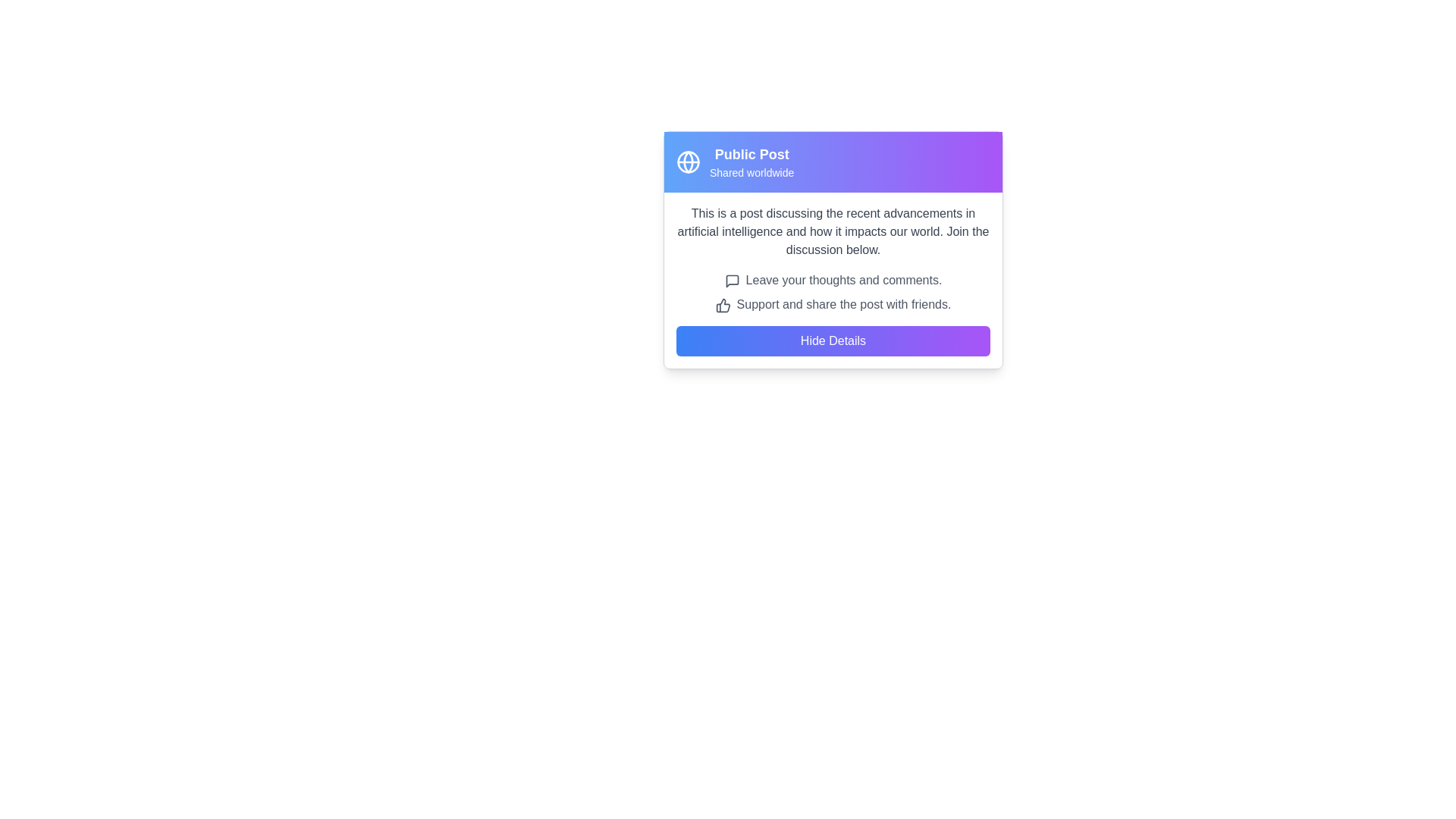  Describe the element at coordinates (752, 162) in the screenshot. I see `text from the Text Area indicating the post's visibility level and sharing status, located at the top section of a card-like structure adjacent to a globe icon` at that location.